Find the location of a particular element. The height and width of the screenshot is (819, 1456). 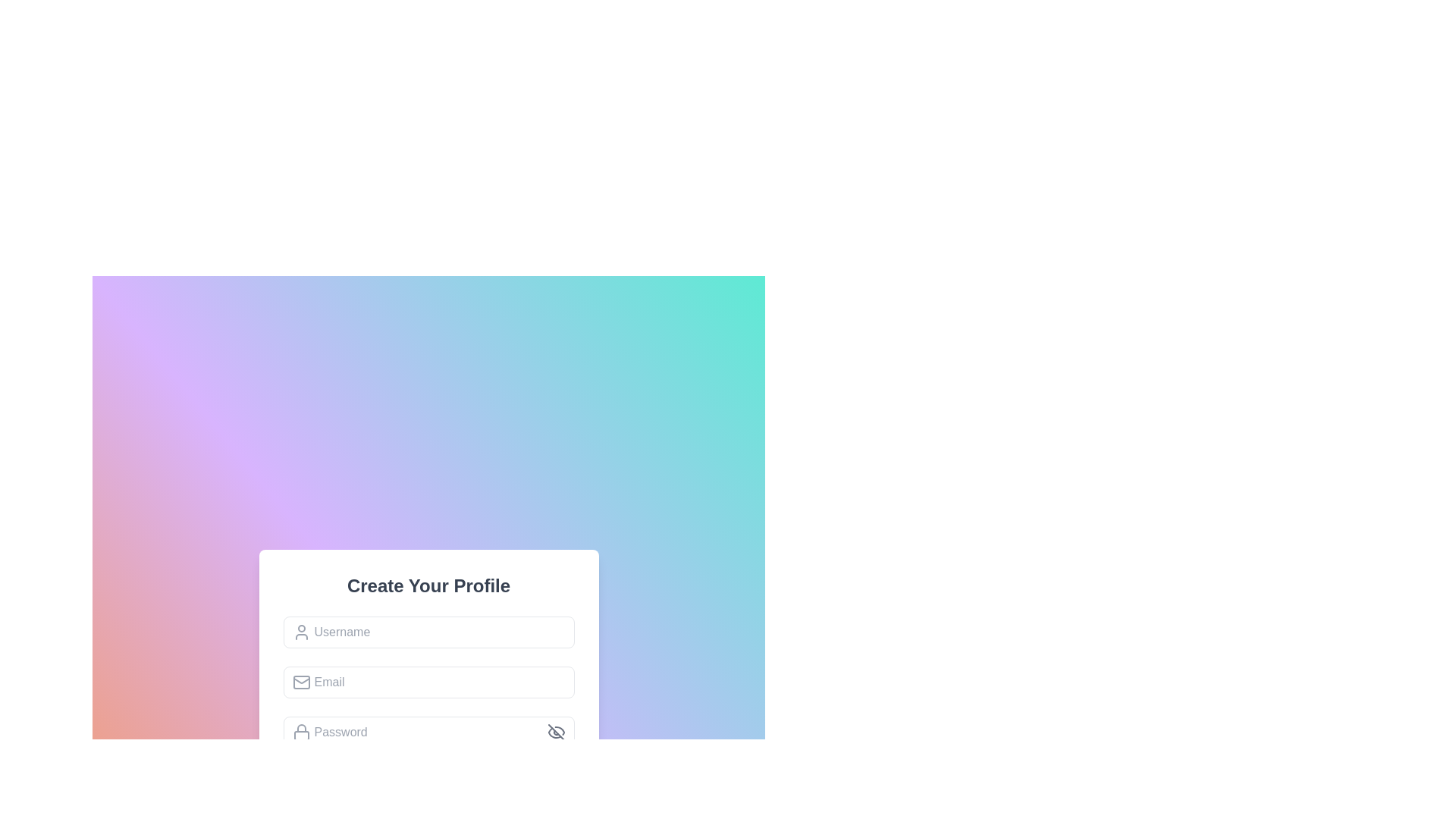

the 'hide password' button featuring an eye-with-slash icon is located at coordinates (555, 731).